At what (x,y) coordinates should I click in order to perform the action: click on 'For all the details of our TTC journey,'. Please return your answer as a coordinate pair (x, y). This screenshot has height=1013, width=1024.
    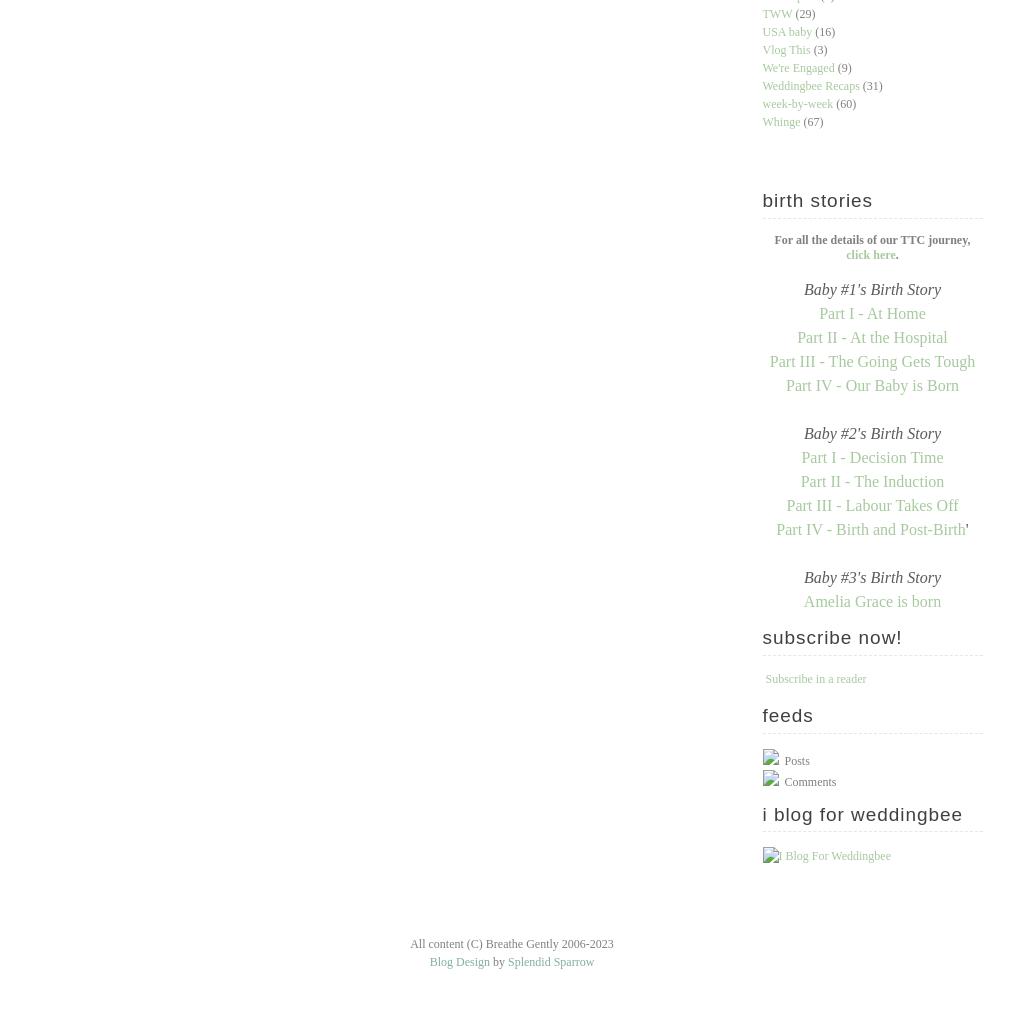
    Looking at the image, I should click on (872, 238).